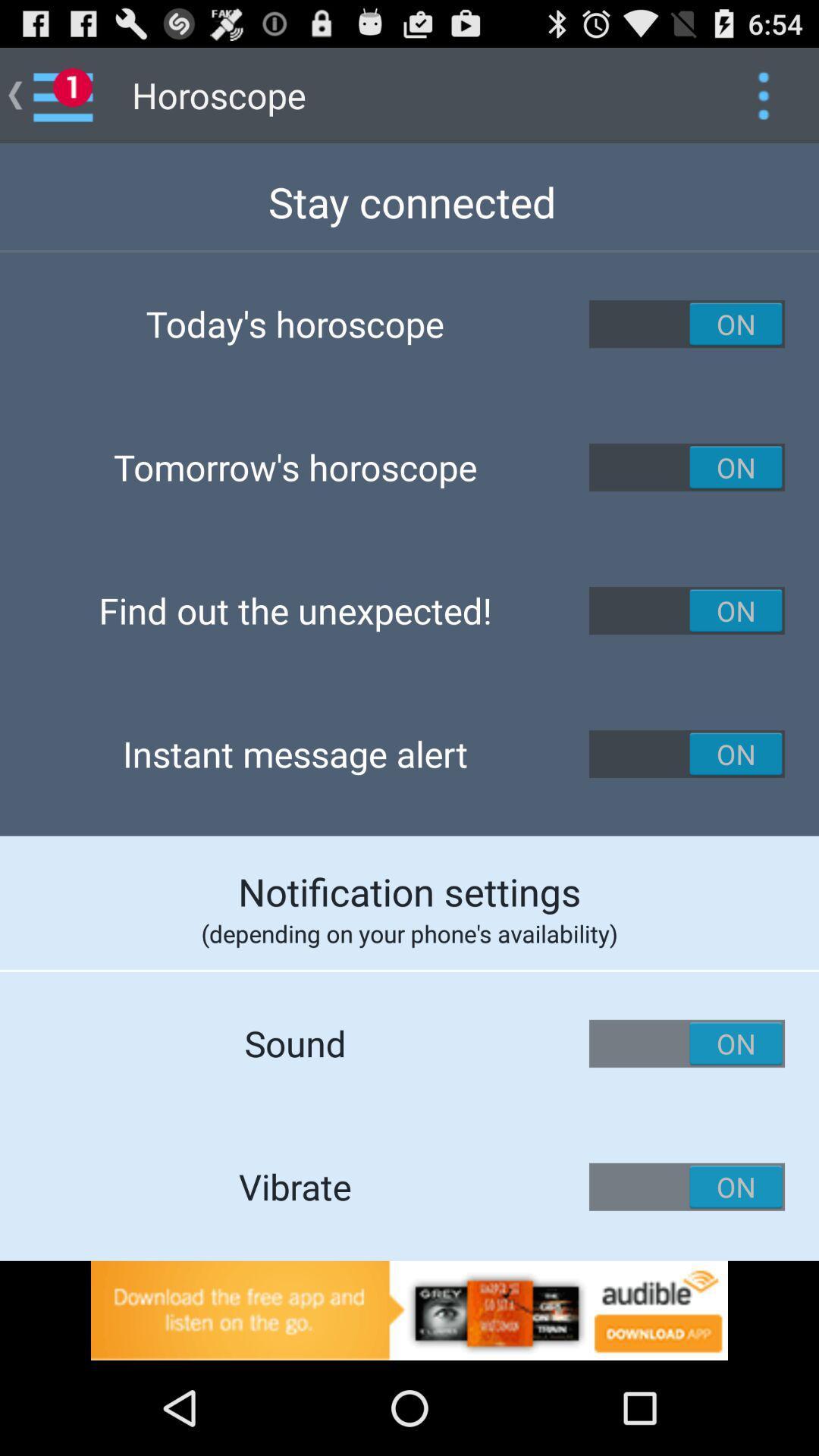 The height and width of the screenshot is (1456, 819). Describe the element at coordinates (687, 1186) in the screenshot. I see `on button` at that location.